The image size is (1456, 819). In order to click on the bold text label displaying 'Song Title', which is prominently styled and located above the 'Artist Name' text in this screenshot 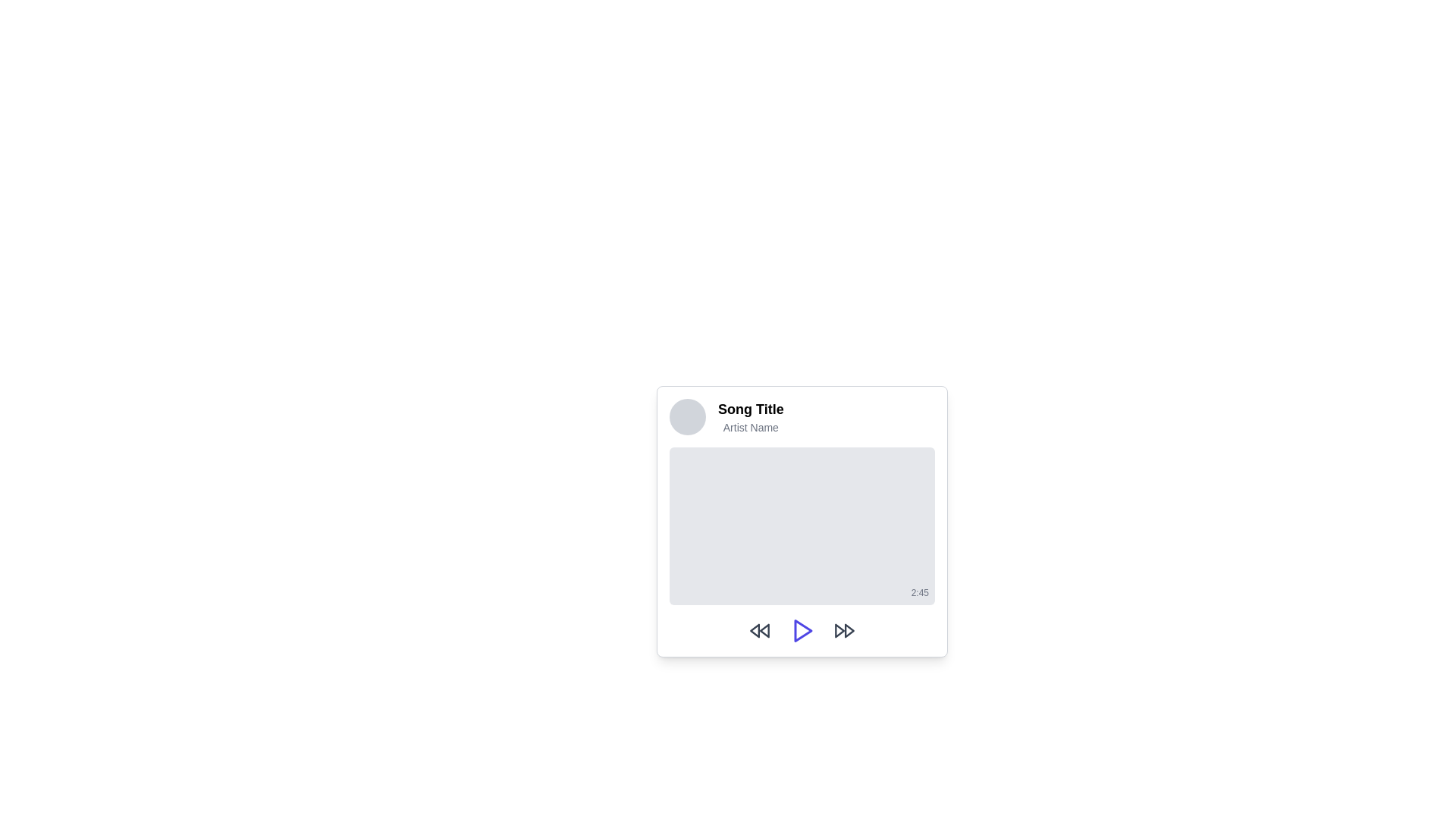, I will do `click(751, 409)`.